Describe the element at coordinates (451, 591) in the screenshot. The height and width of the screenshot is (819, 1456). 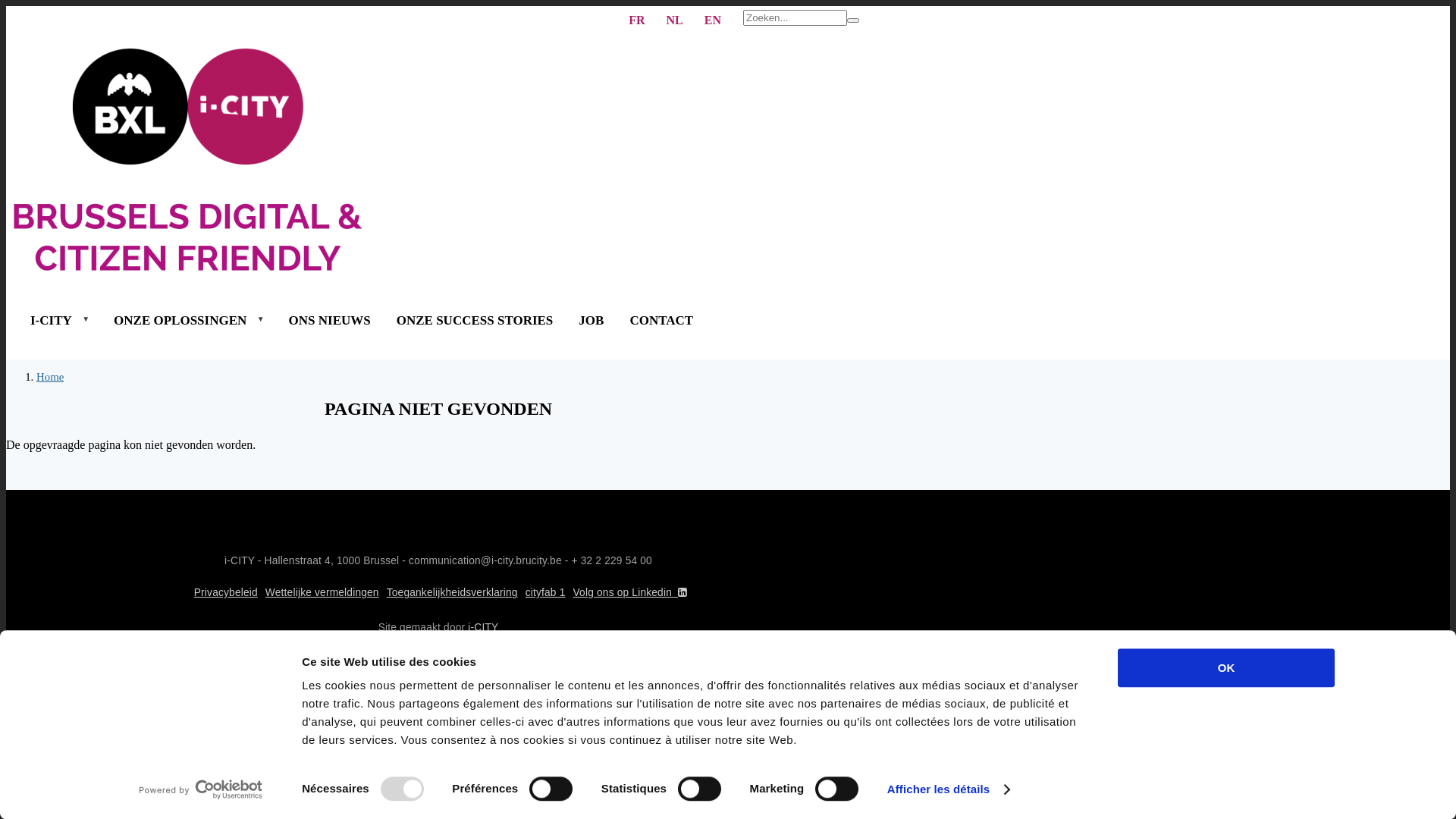
I see `'Toegankelijkheidsverklaring'` at that location.